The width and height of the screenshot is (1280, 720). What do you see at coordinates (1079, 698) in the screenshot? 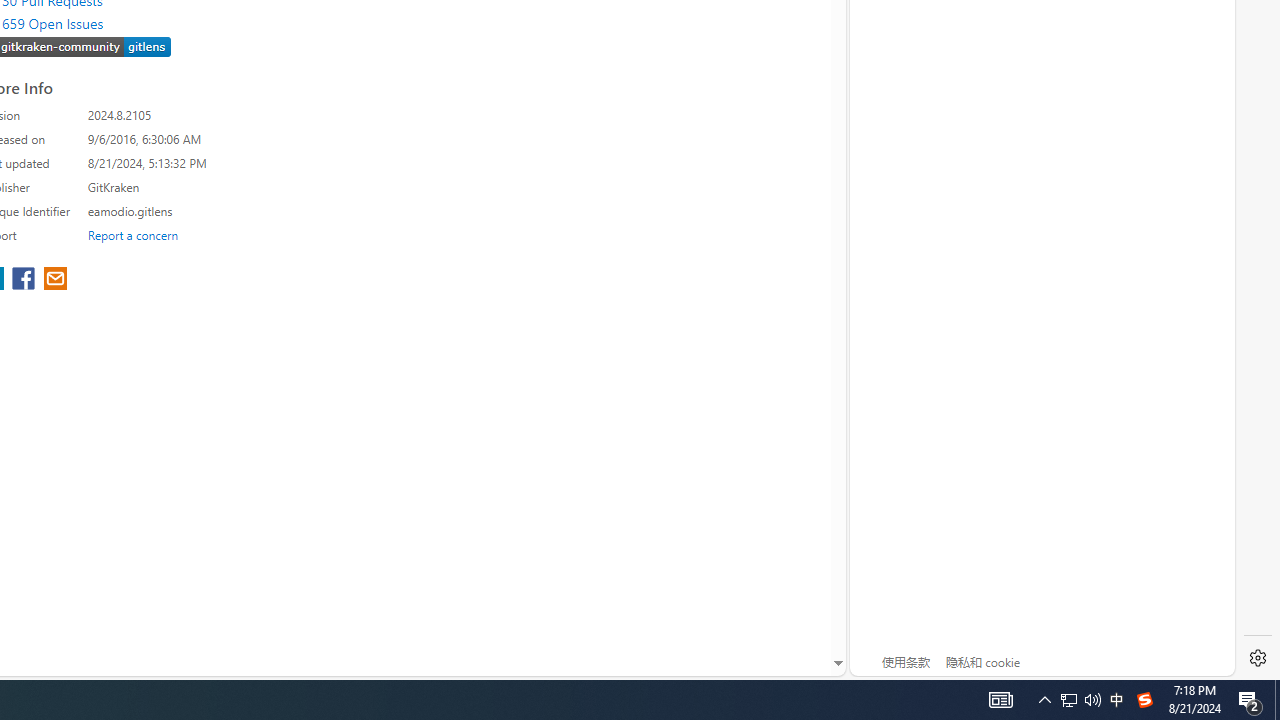
I see `'Q2790: 100%'` at bounding box center [1079, 698].